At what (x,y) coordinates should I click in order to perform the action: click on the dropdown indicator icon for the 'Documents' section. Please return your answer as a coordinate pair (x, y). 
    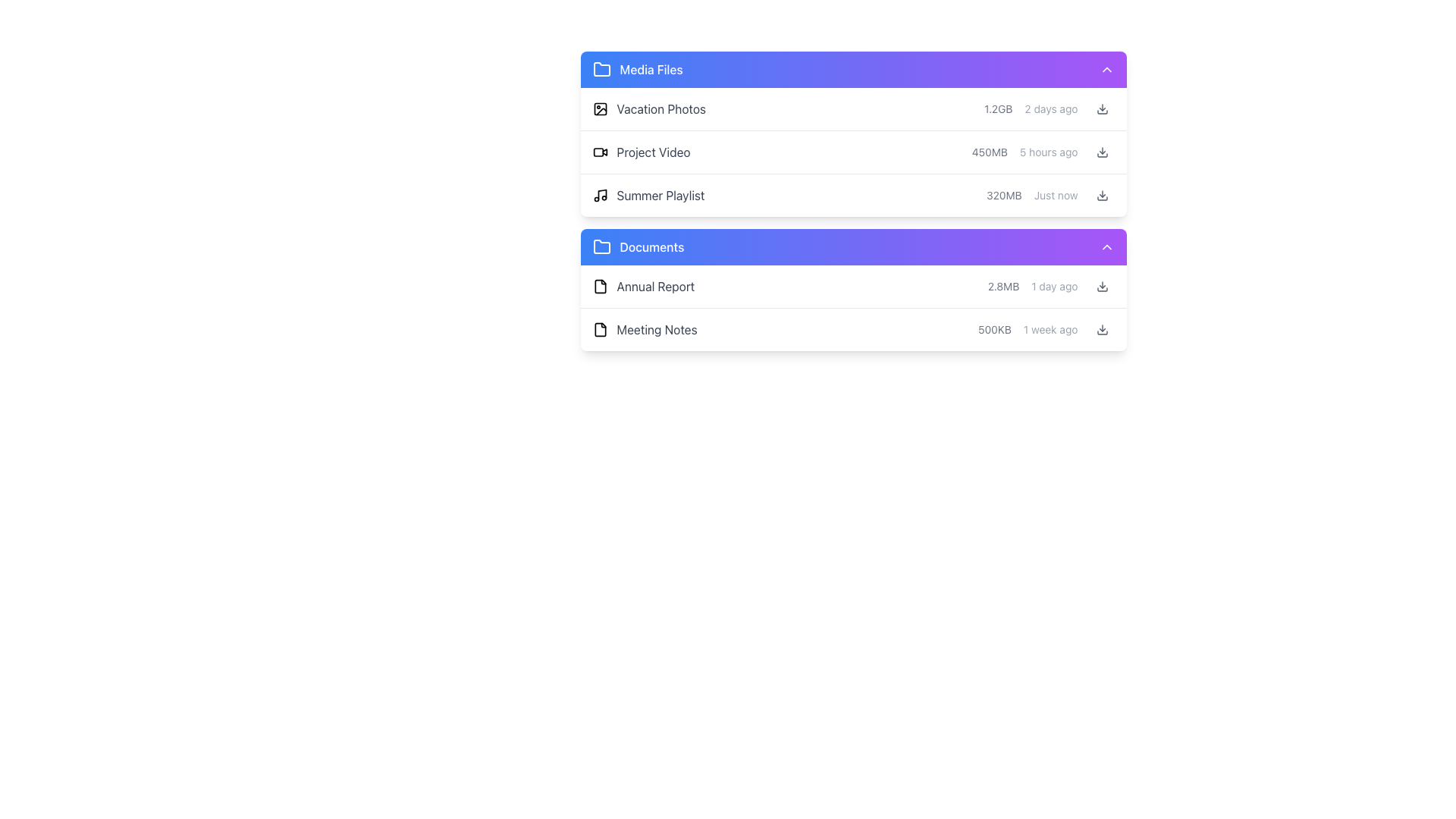
    Looking at the image, I should click on (1106, 246).